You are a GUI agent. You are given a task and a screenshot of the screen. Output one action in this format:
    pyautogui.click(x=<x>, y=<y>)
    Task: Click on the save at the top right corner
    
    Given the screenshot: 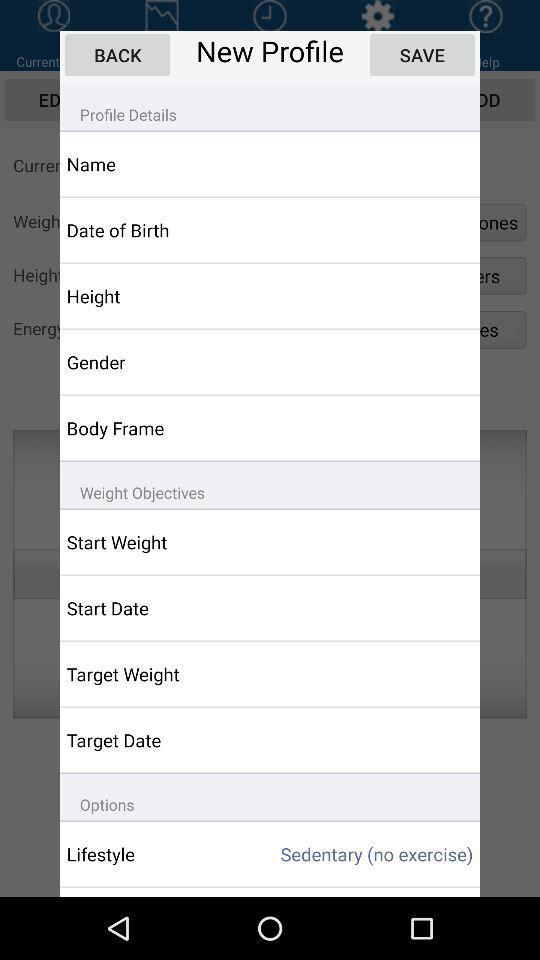 What is the action you would take?
    pyautogui.click(x=421, y=54)
    